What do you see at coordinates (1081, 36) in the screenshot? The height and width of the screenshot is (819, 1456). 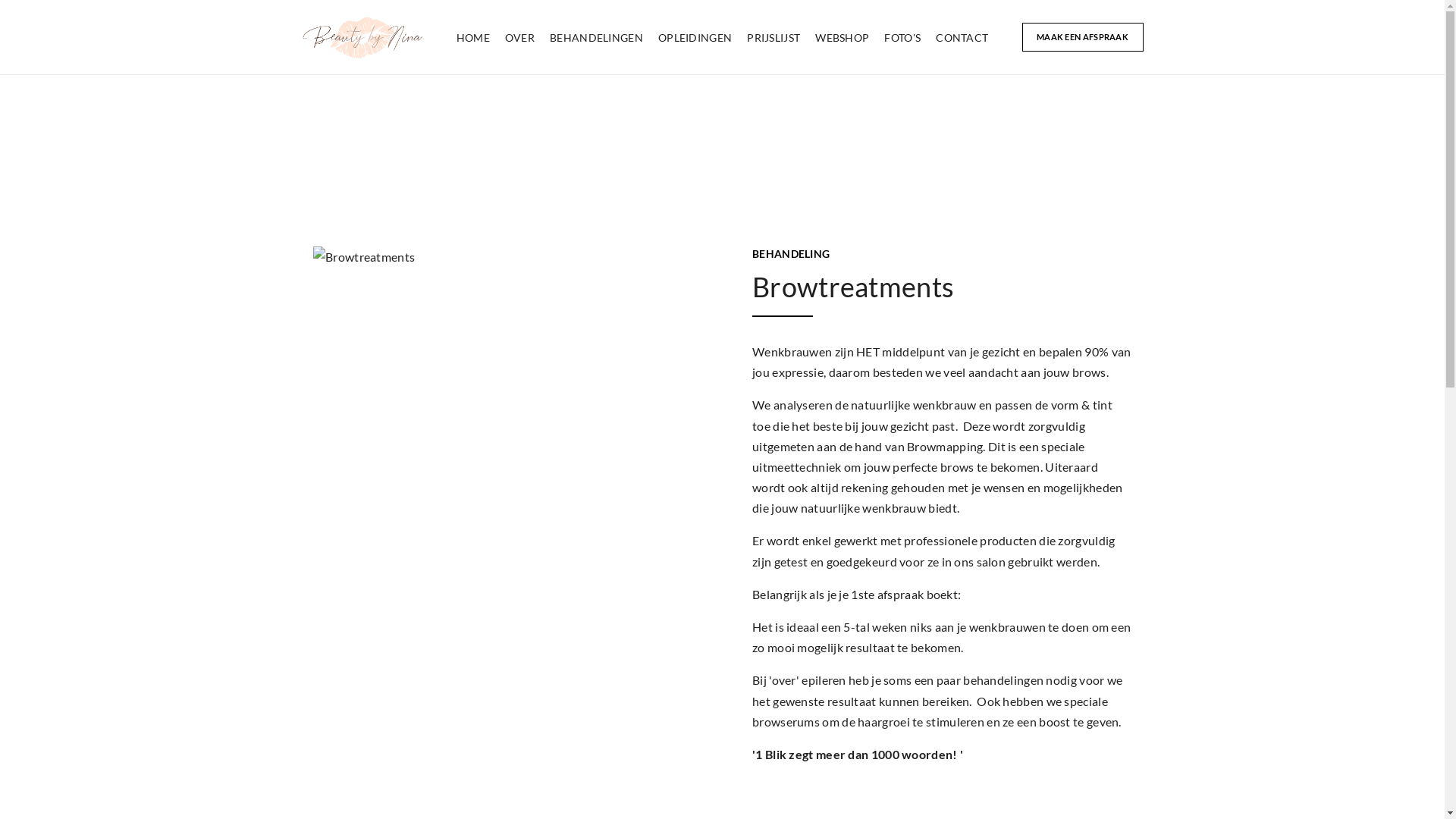 I see `'MAAK EEN AFSPRAAK'` at bounding box center [1081, 36].